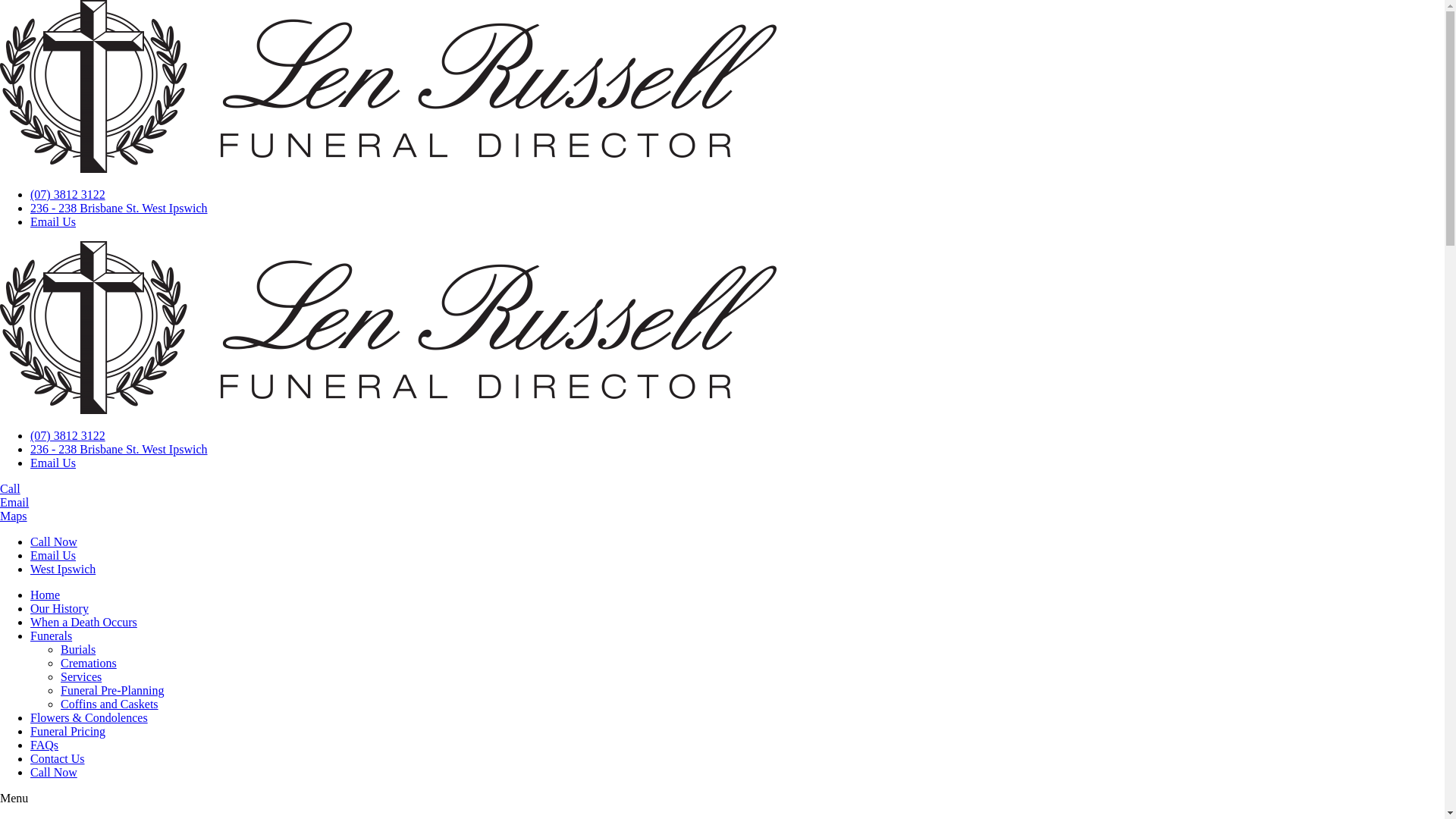 The height and width of the screenshot is (819, 1456). What do you see at coordinates (51, 635) in the screenshot?
I see `'Funerals'` at bounding box center [51, 635].